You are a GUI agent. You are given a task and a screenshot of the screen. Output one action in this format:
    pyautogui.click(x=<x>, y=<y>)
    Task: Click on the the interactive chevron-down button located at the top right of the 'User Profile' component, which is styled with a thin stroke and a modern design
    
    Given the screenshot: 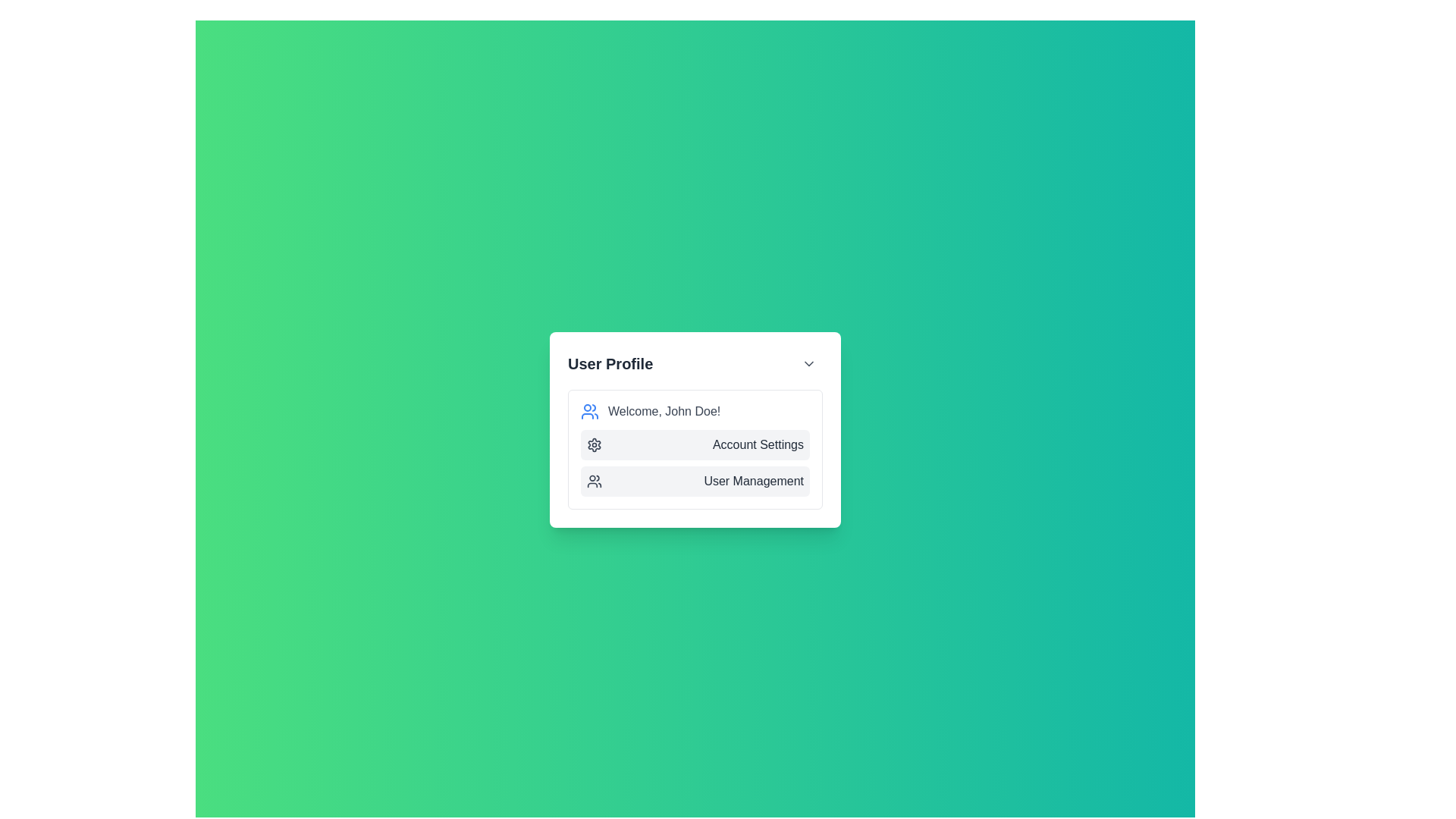 What is the action you would take?
    pyautogui.click(x=808, y=363)
    